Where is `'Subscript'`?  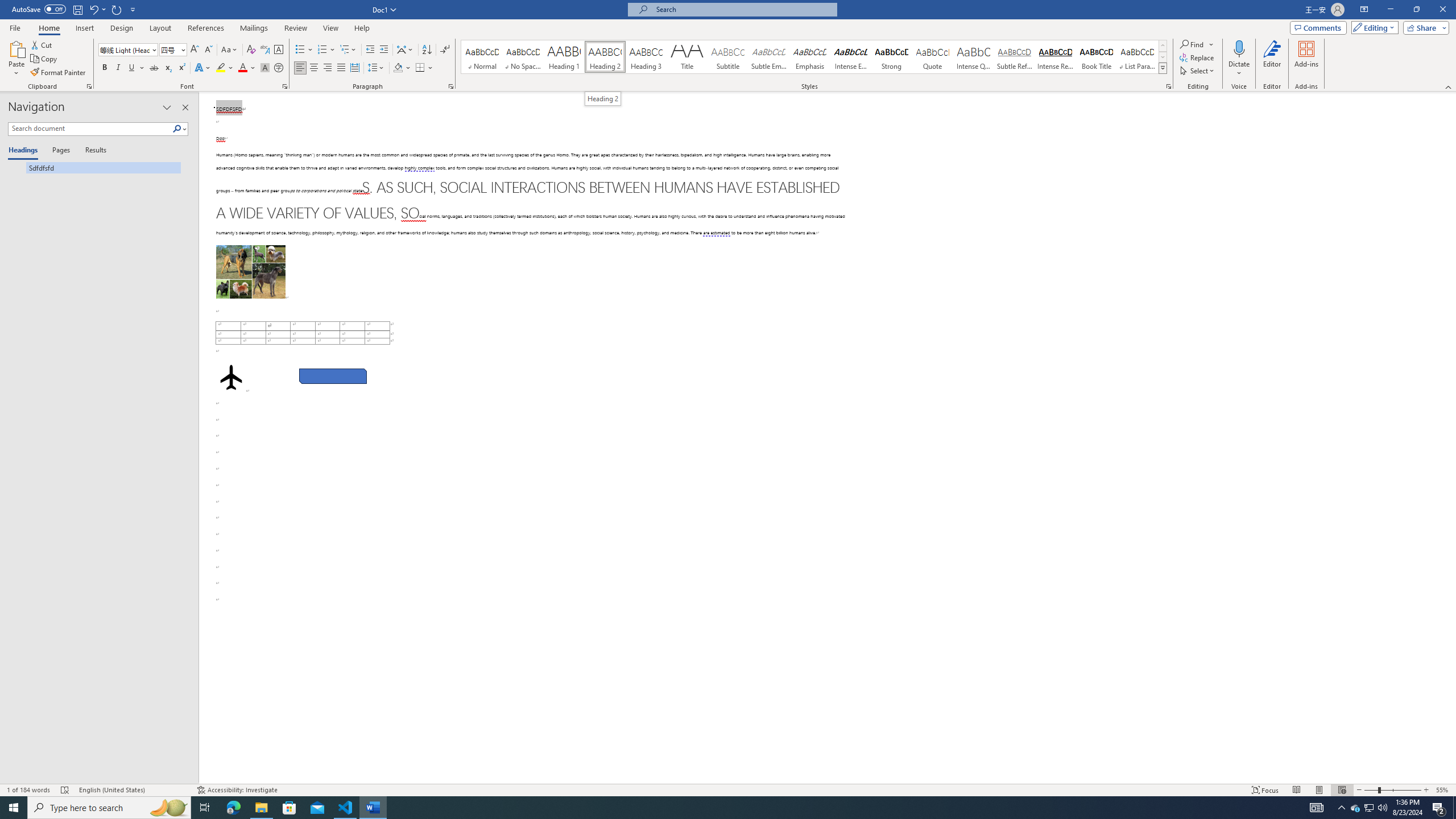
'Subscript' is located at coordinates (167, 67).